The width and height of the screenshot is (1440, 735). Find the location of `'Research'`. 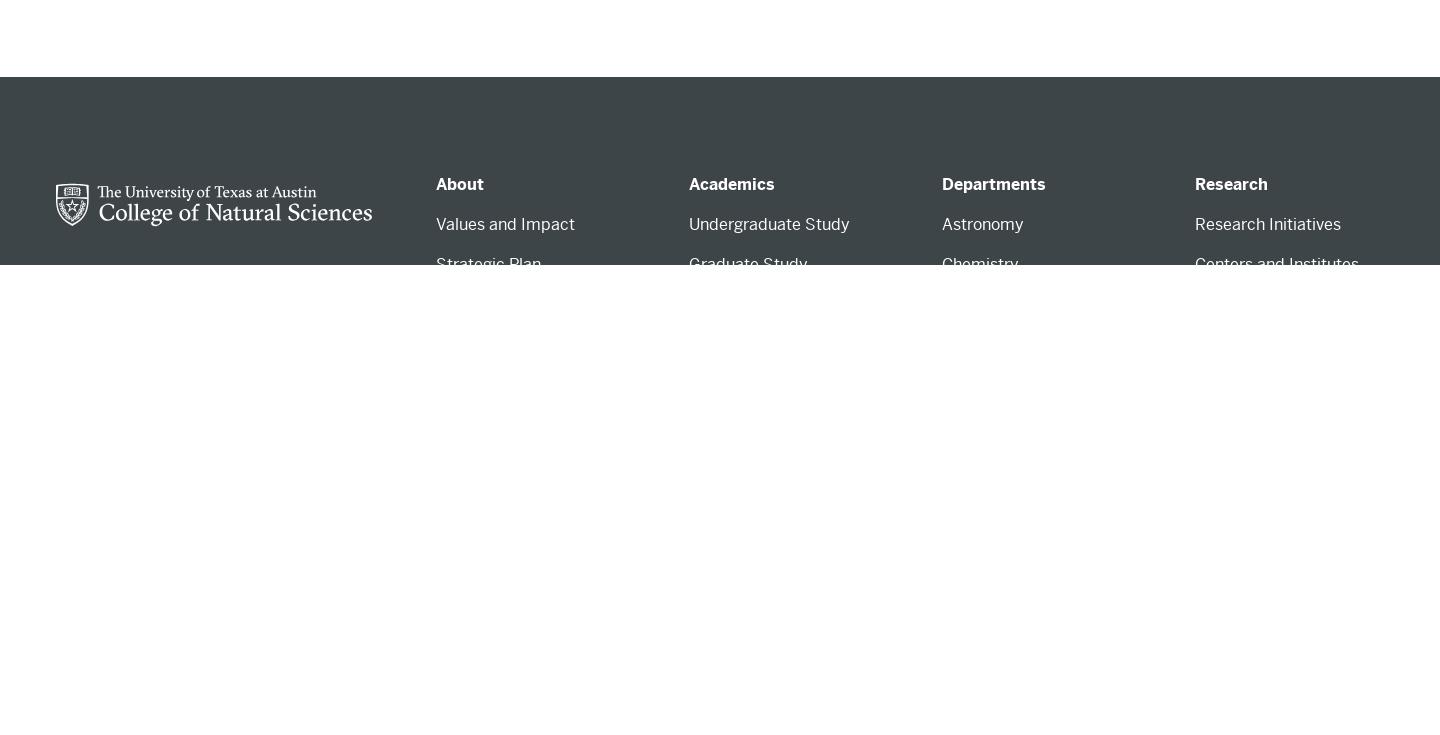

'Research' is located at coordinates (1230, 184).